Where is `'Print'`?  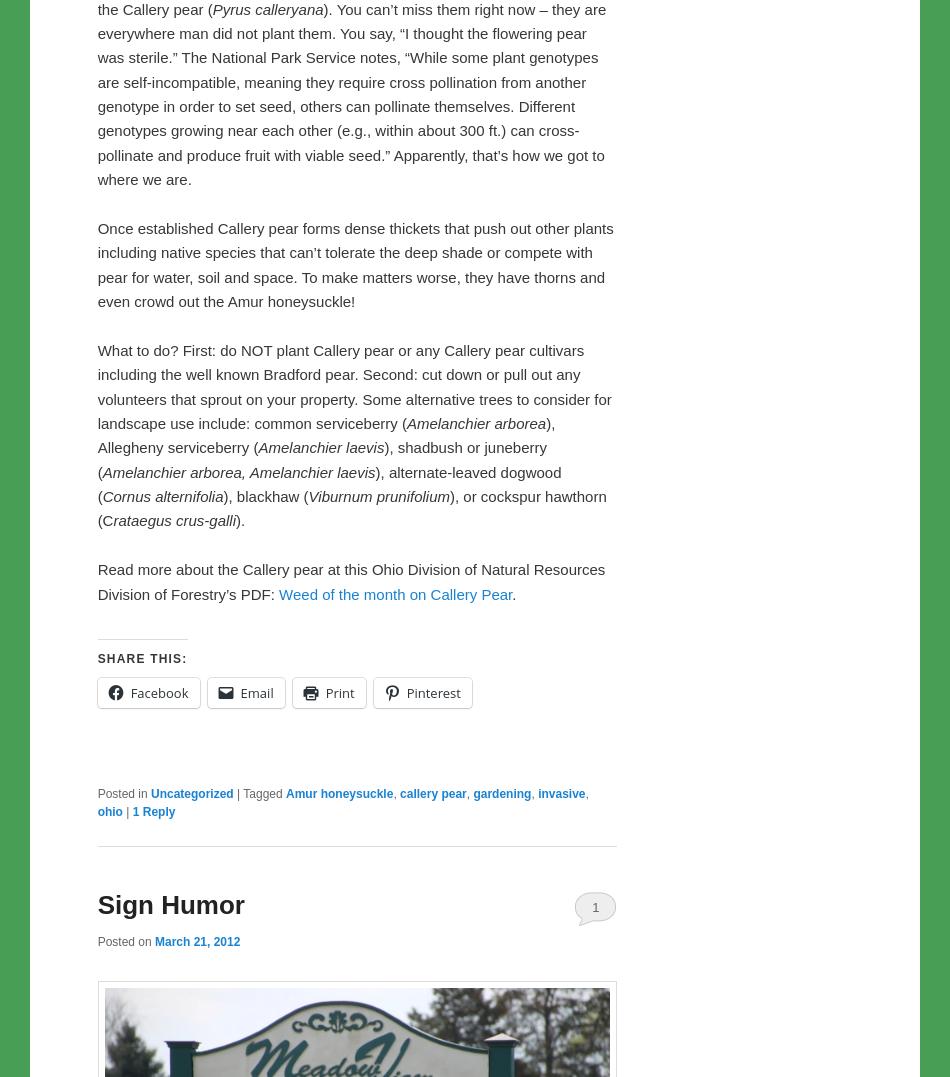
'Print' is located at coordinates (338, 692).